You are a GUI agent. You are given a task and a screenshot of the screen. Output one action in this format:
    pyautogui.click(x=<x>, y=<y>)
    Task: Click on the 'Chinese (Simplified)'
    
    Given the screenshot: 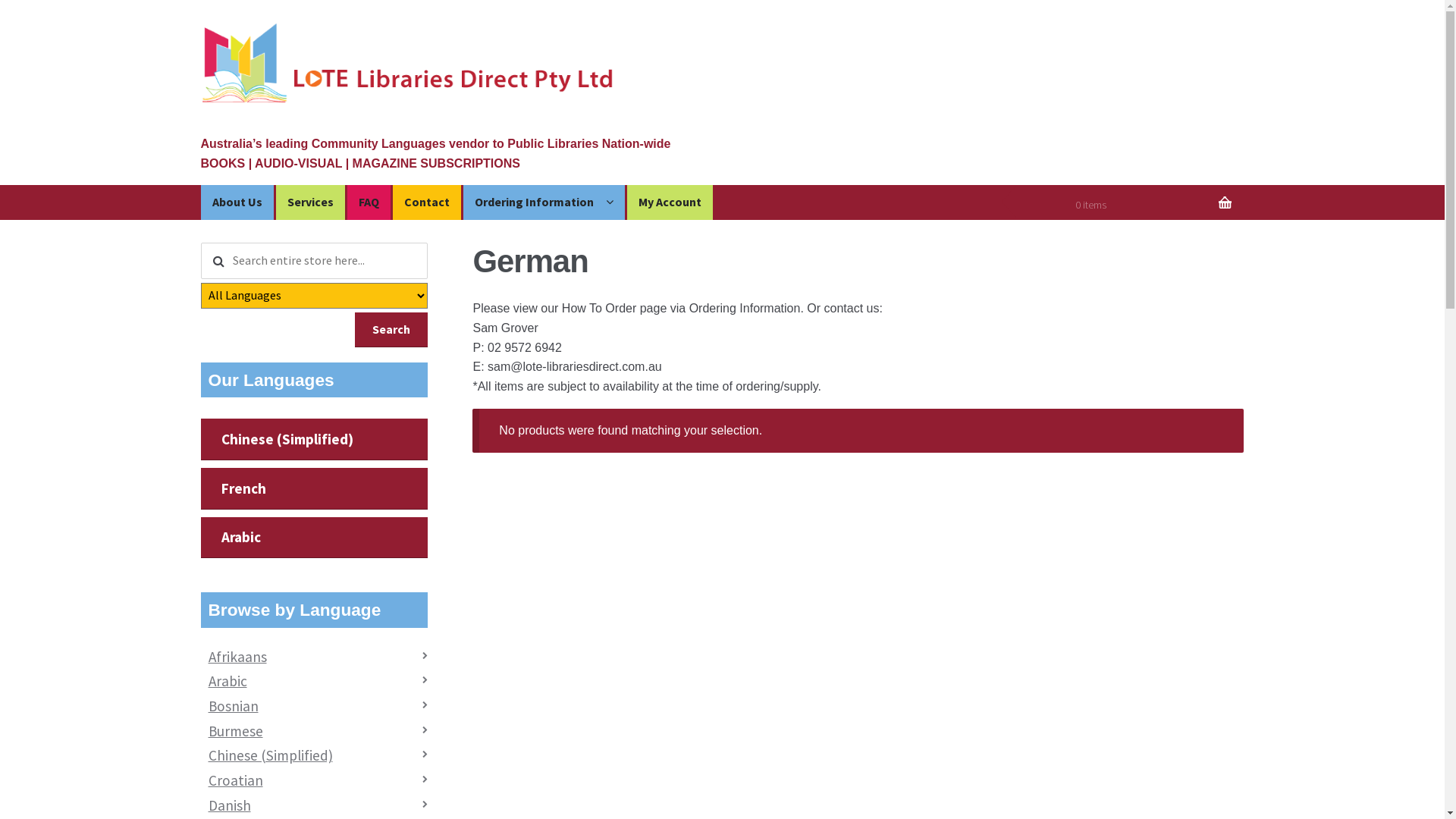 What is the action you would take?
    pyautogui.click(x=313, y=439)
    